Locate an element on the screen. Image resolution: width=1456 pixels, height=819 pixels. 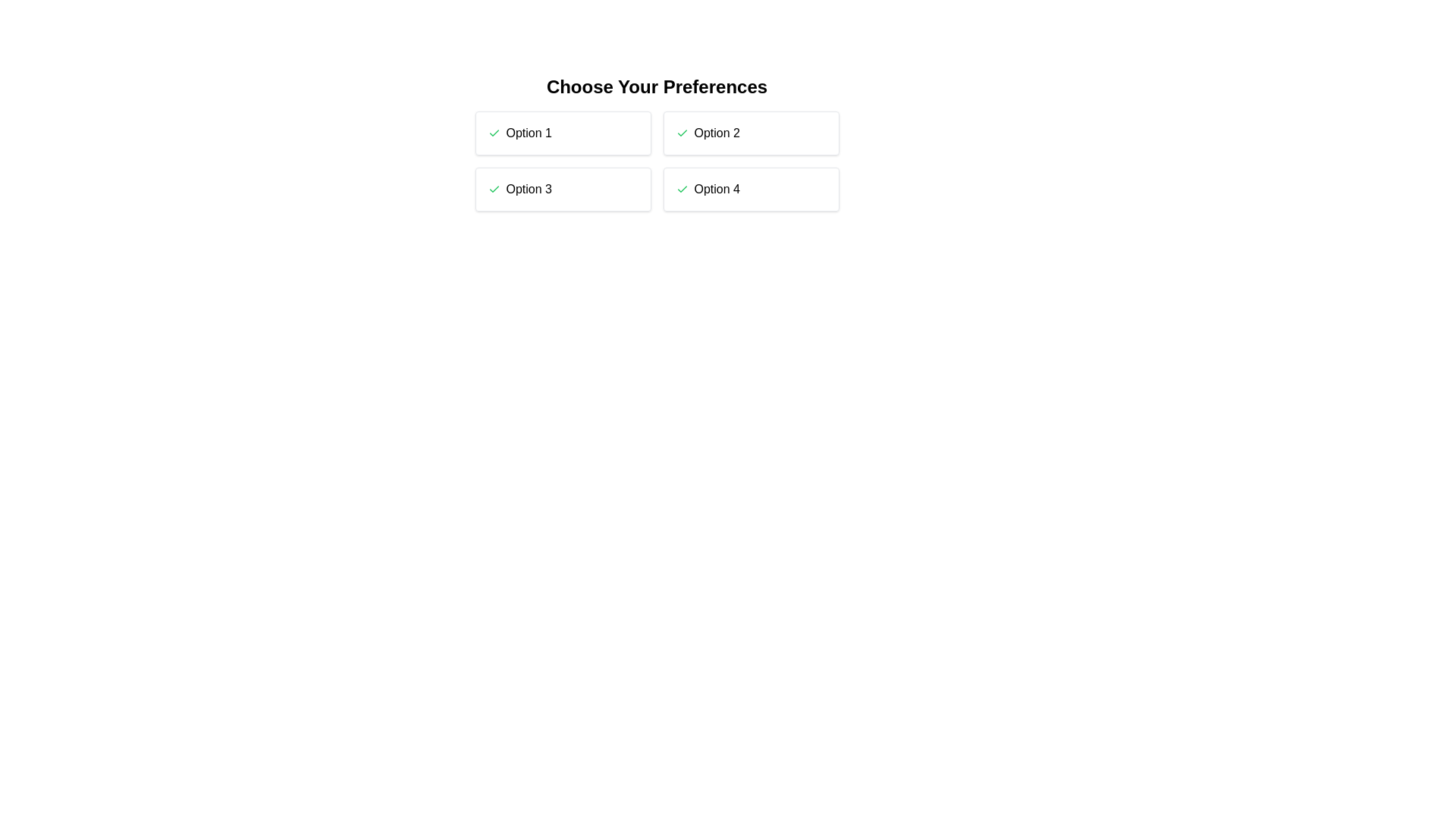
the text label of the option Option 1 is located at coordinates (529, 133).